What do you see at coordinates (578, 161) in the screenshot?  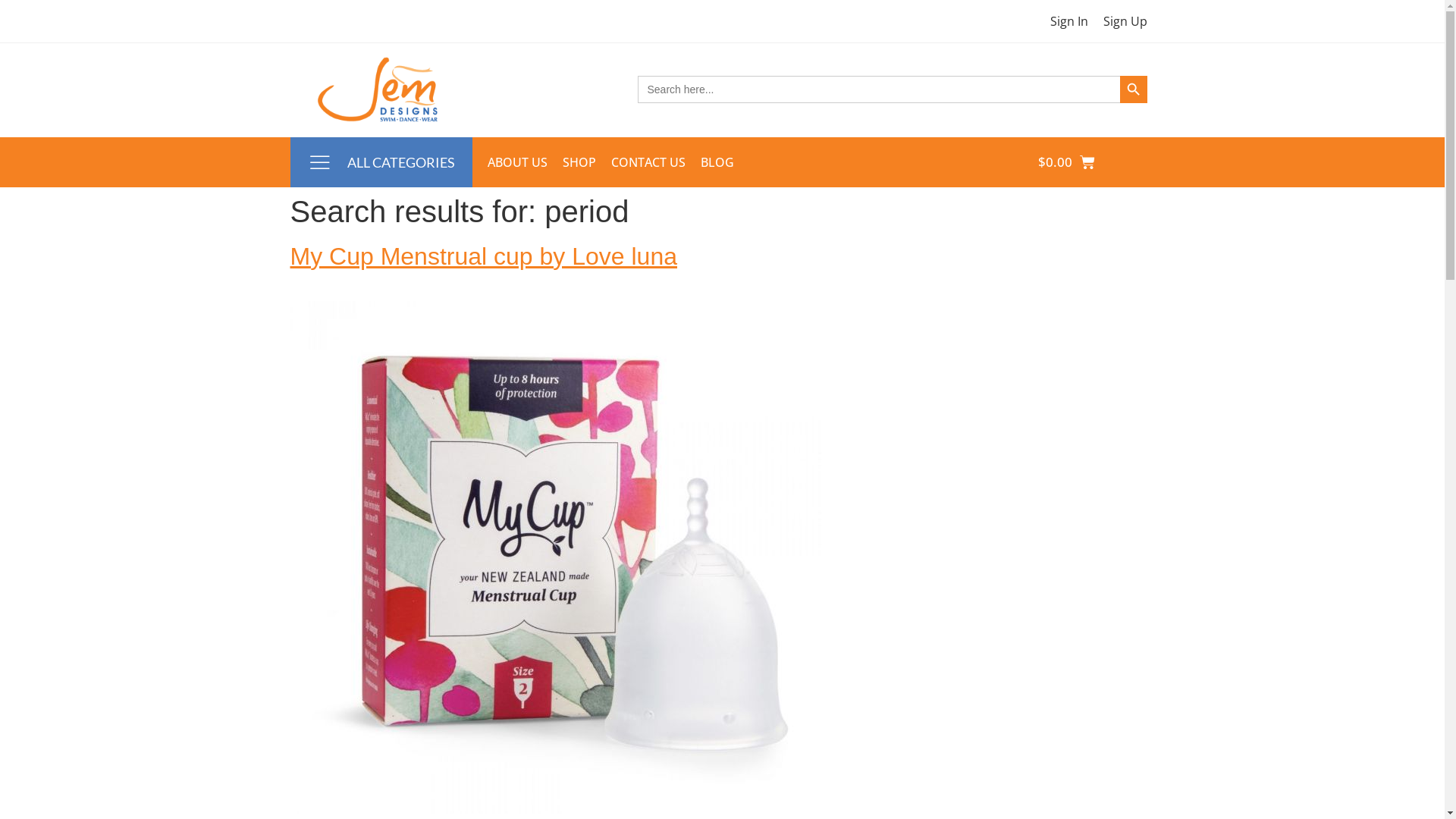 I see `'SHOP'` at bounding box center [578, 161].